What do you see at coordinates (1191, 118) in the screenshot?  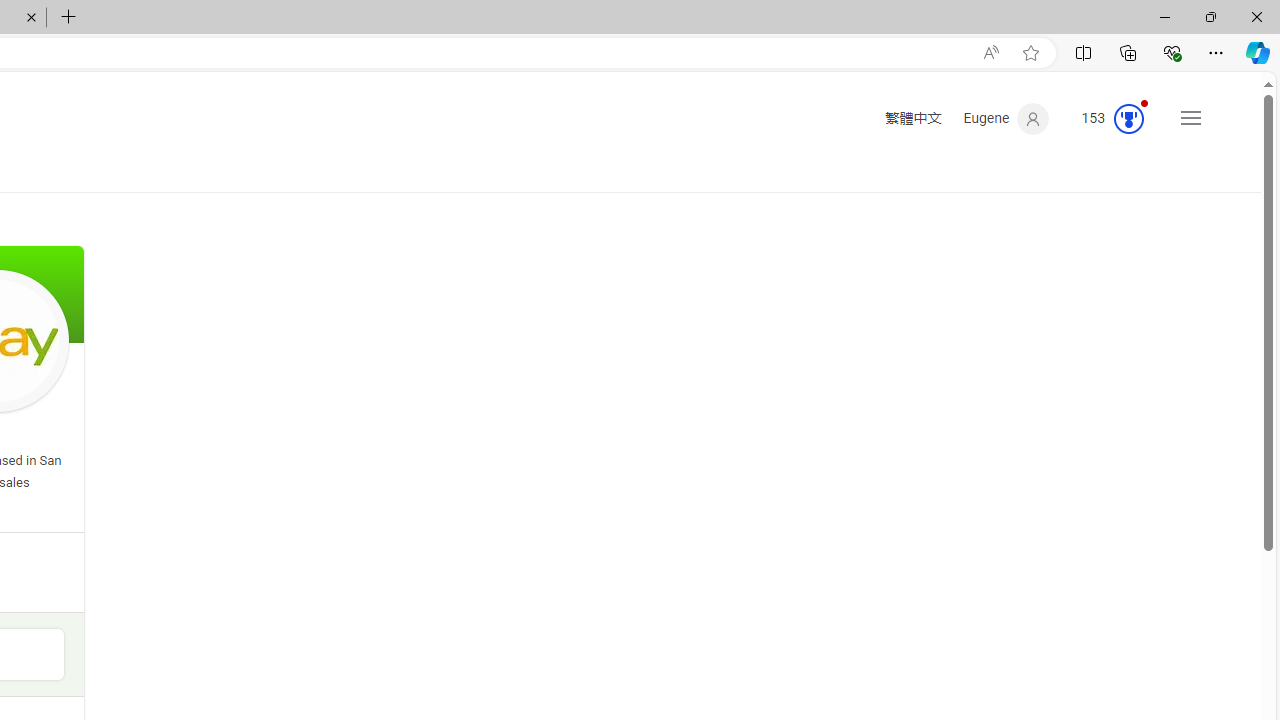 I see `'Settings and quick links'` at bounding box center [1191, 118].